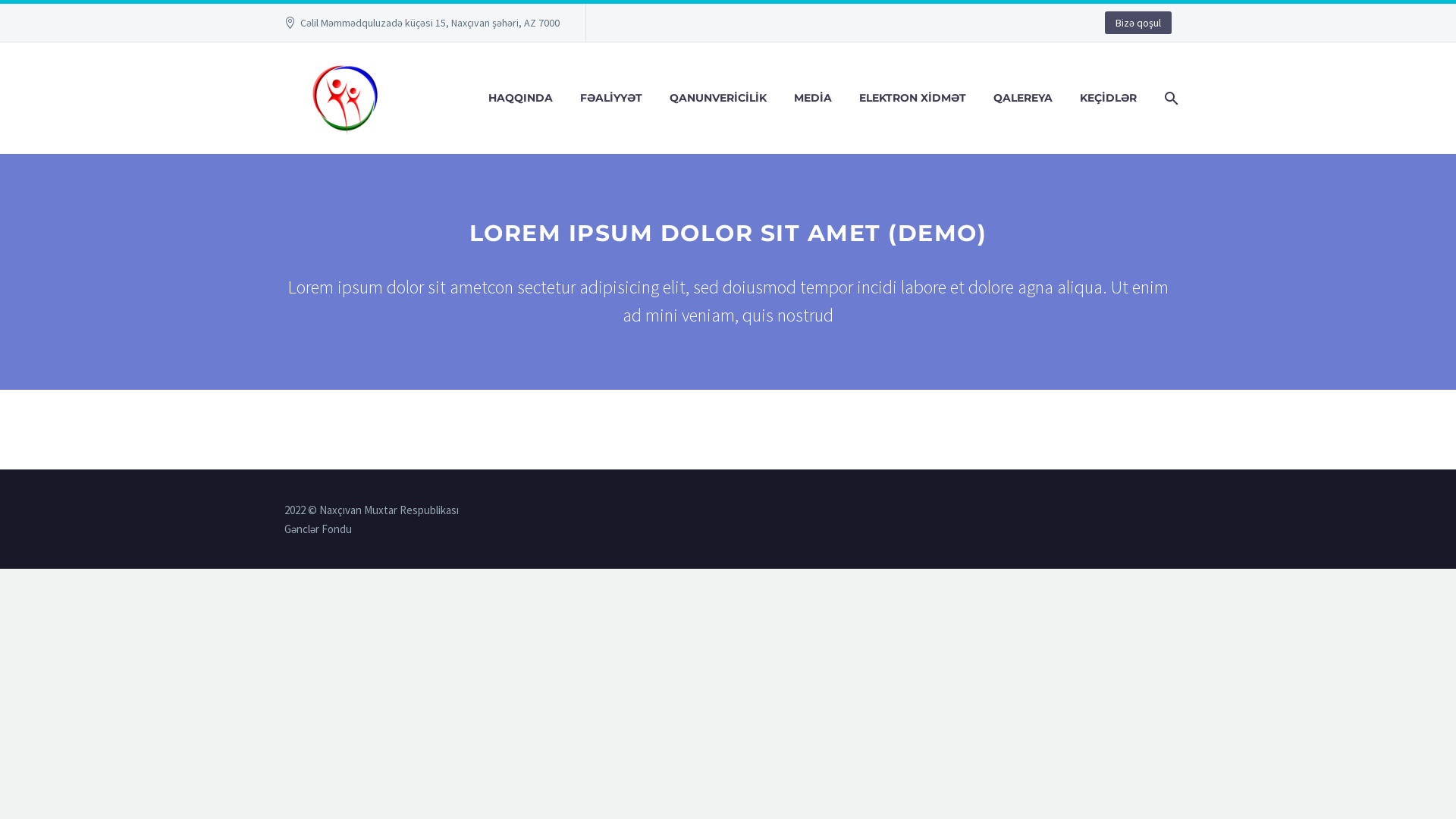 The height and width of the screenshot is (819, 1456). What do you see at coordinates (1022, 98) in the screenshot?
I see `'QALEREYA'` at bounding box center [1022, 98].